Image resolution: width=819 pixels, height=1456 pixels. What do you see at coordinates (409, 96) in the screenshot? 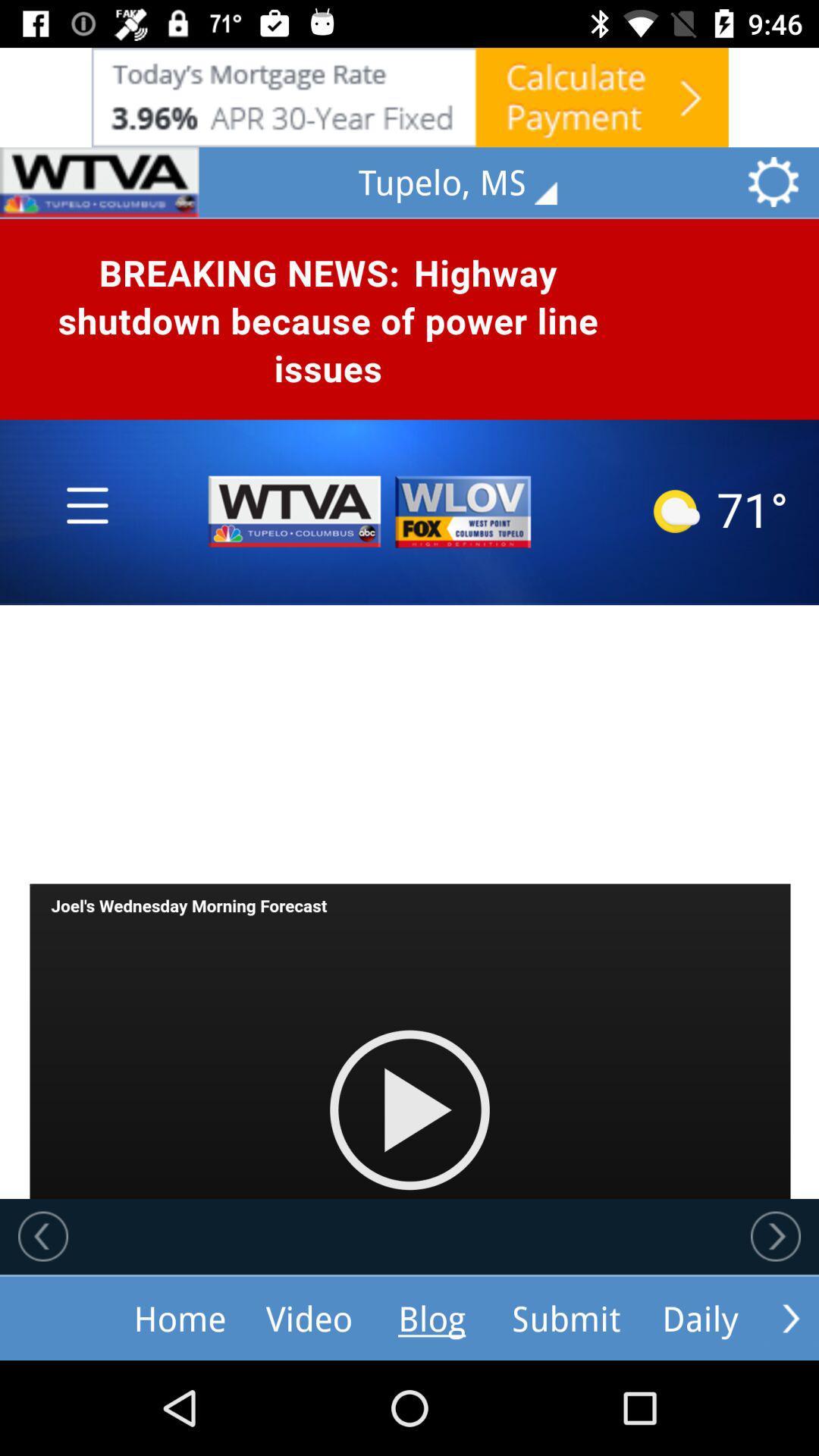
I see `advertisement` at bounding box center [409, 96].